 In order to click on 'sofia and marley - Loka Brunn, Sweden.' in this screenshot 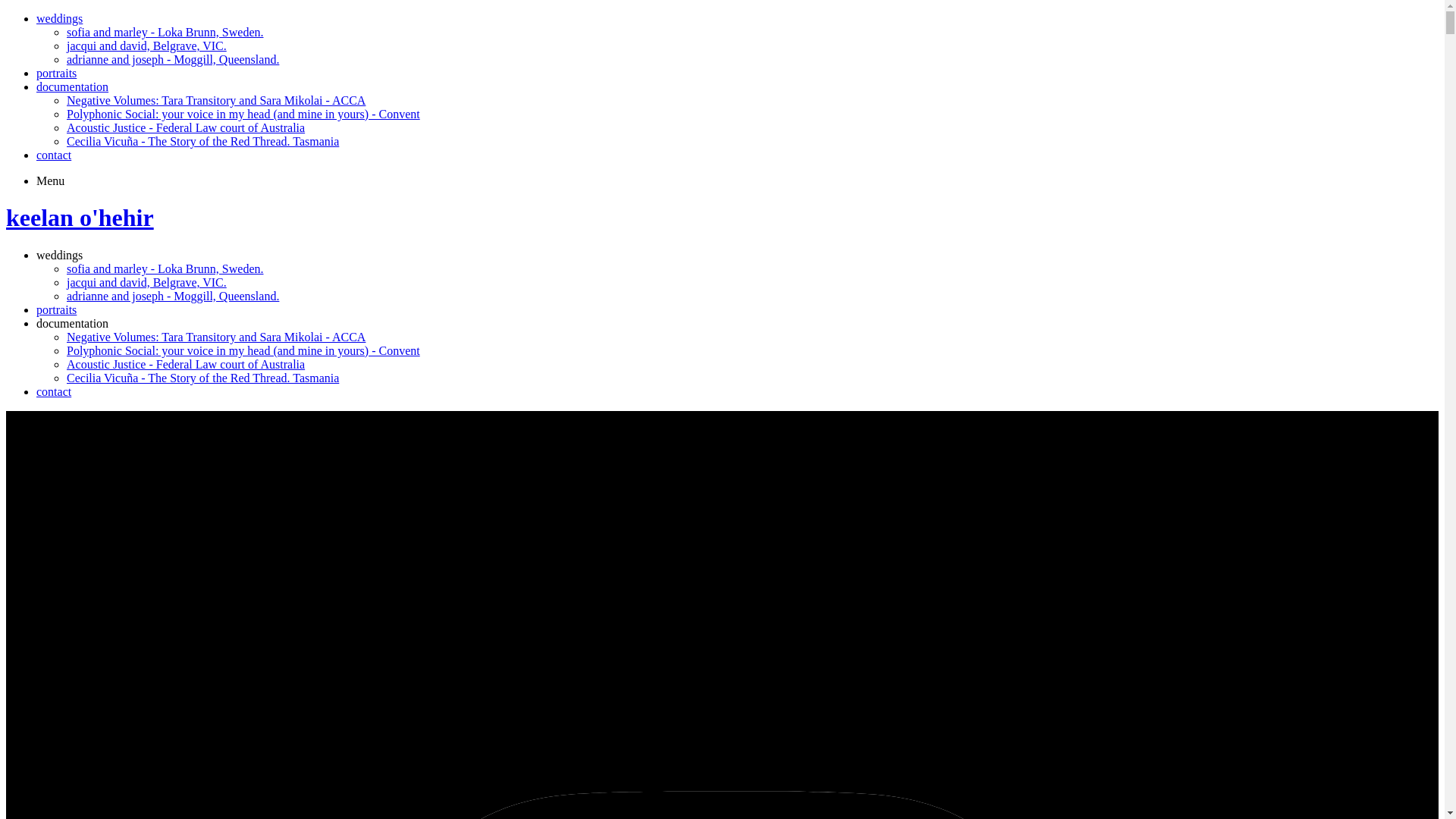, I will do `click(165, 32)`.